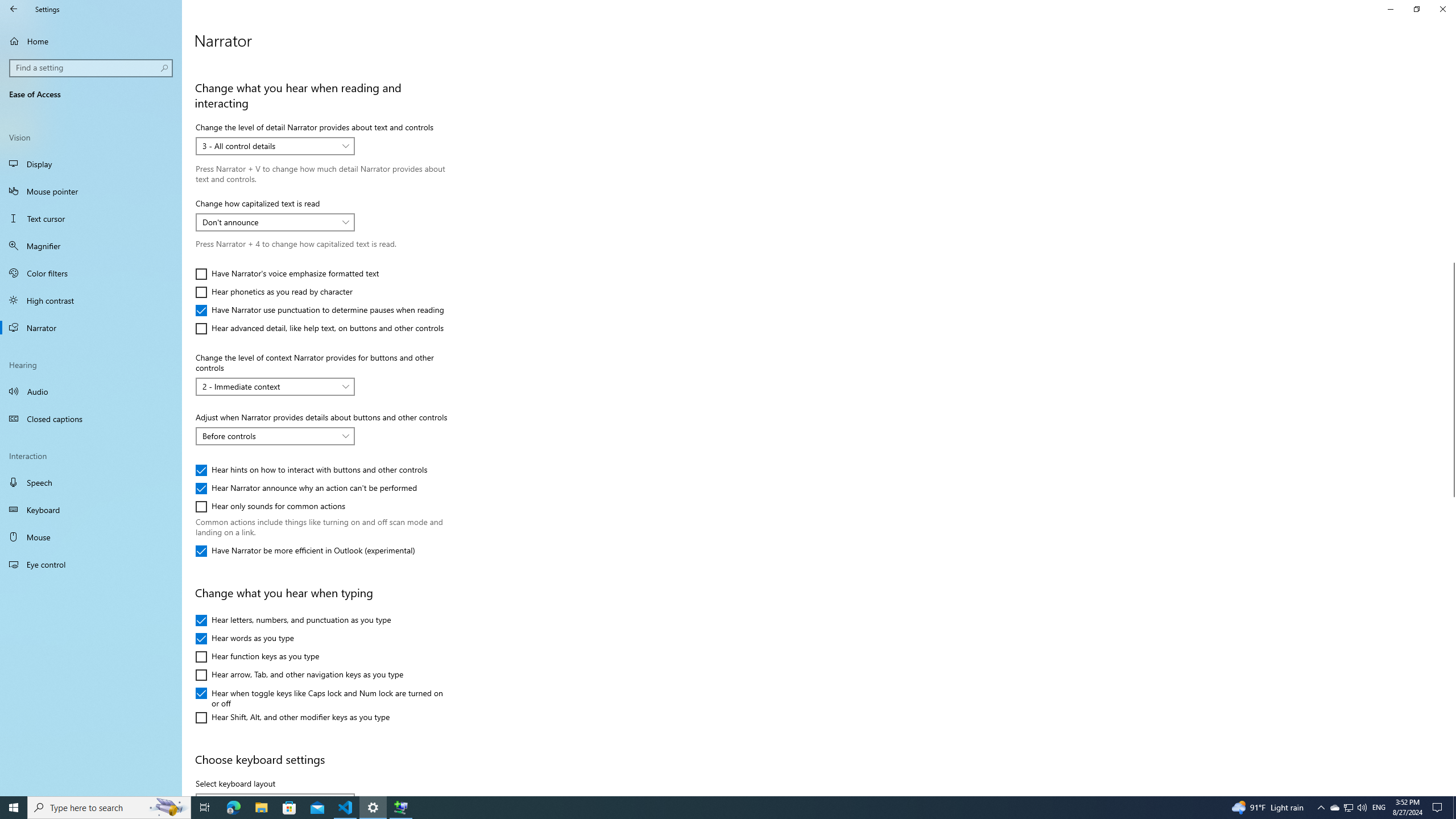  What do you see at coordinates (90, 564) in the screenshot?
I see `'Eye control'` at bounding box center [90, 564].